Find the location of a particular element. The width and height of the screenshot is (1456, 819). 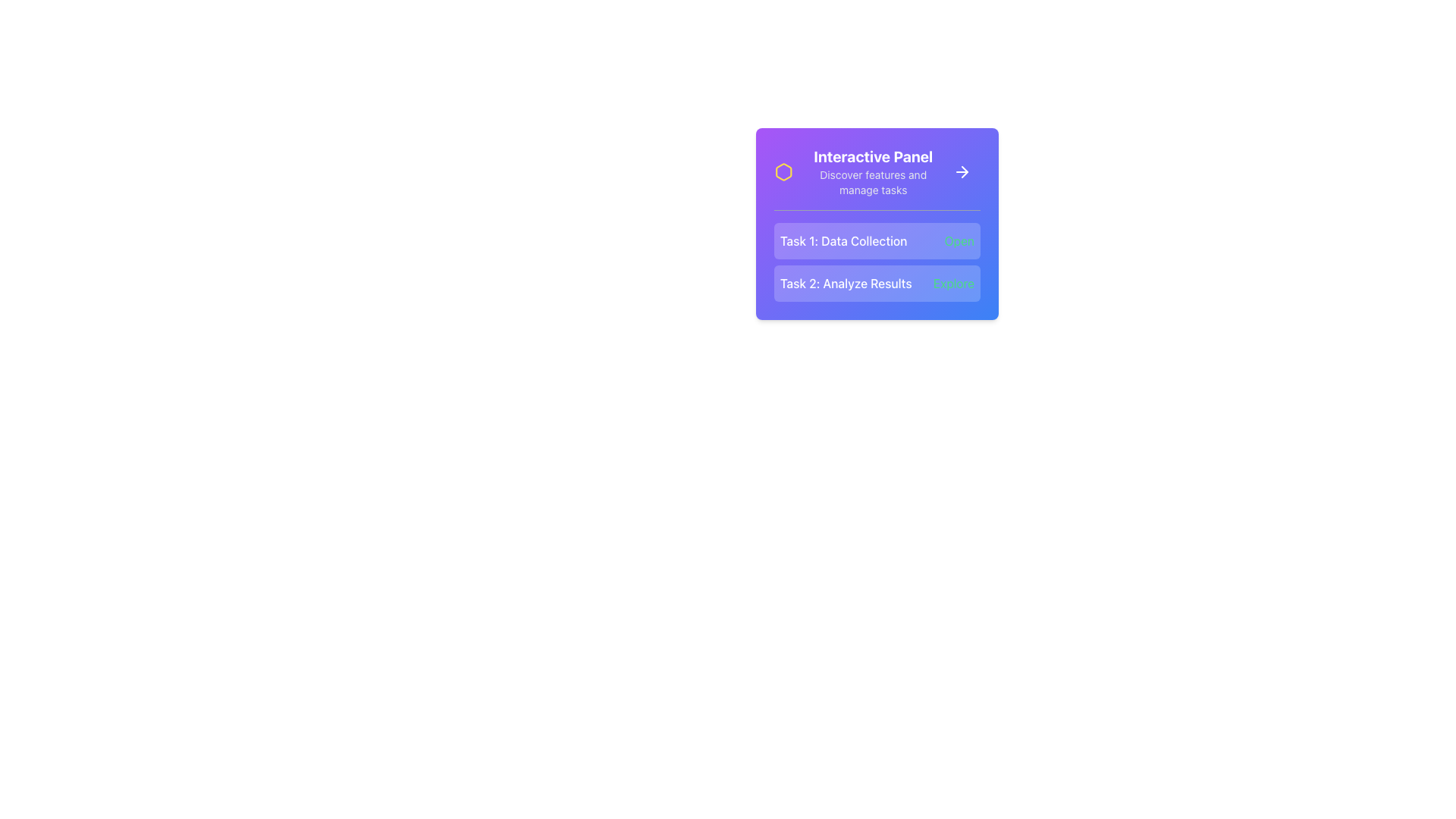

the 'Open' link in the fourth task entry of the task navigation list located within the 'Interactive Panel' to initiate Task 1 is located at coordinates (877, 262).